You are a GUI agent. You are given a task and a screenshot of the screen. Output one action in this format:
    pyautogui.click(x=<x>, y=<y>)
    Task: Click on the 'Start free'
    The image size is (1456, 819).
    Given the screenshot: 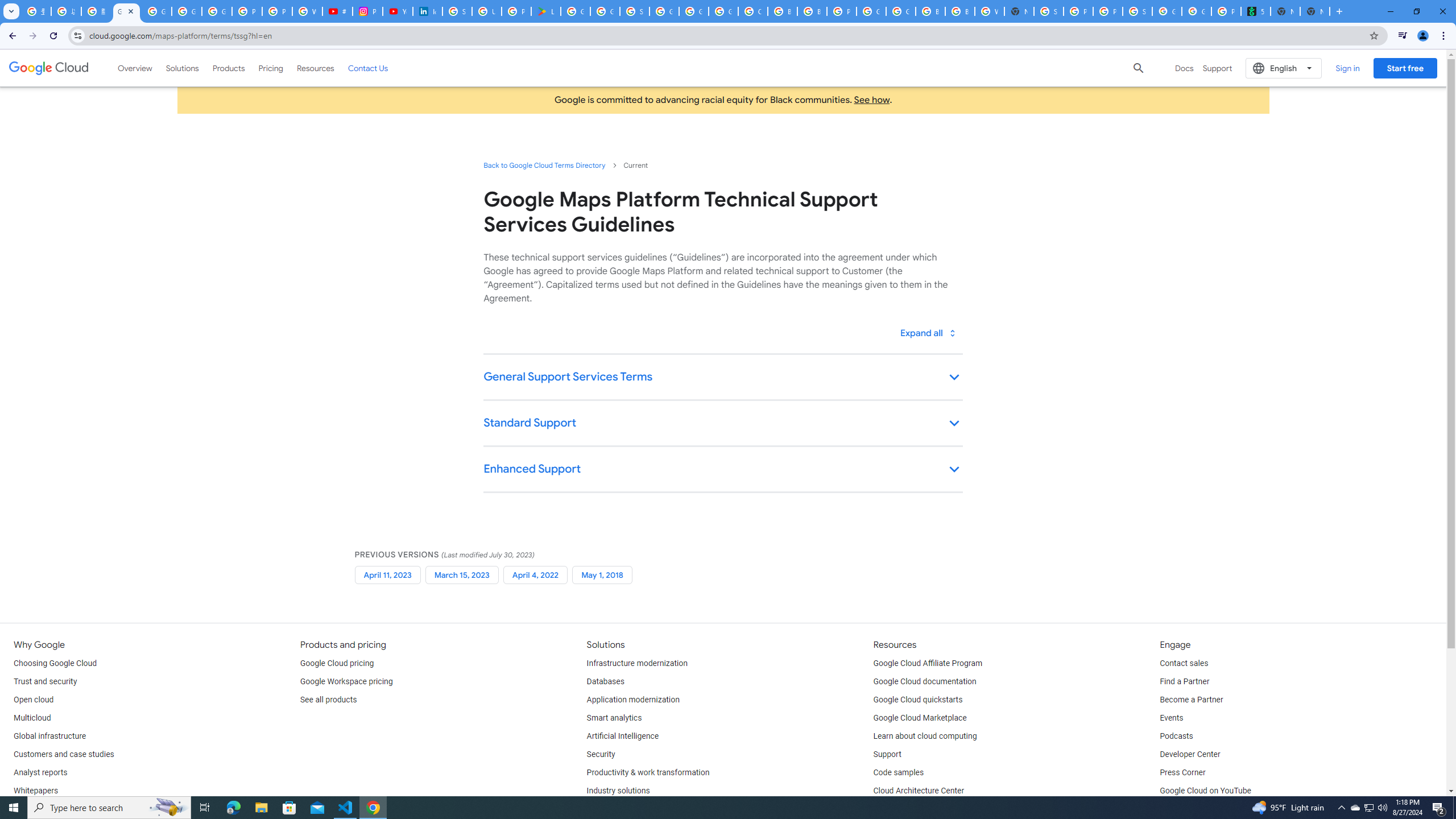 What is the action you would take?
    pyautogui.click(x=1405, y=67)
    